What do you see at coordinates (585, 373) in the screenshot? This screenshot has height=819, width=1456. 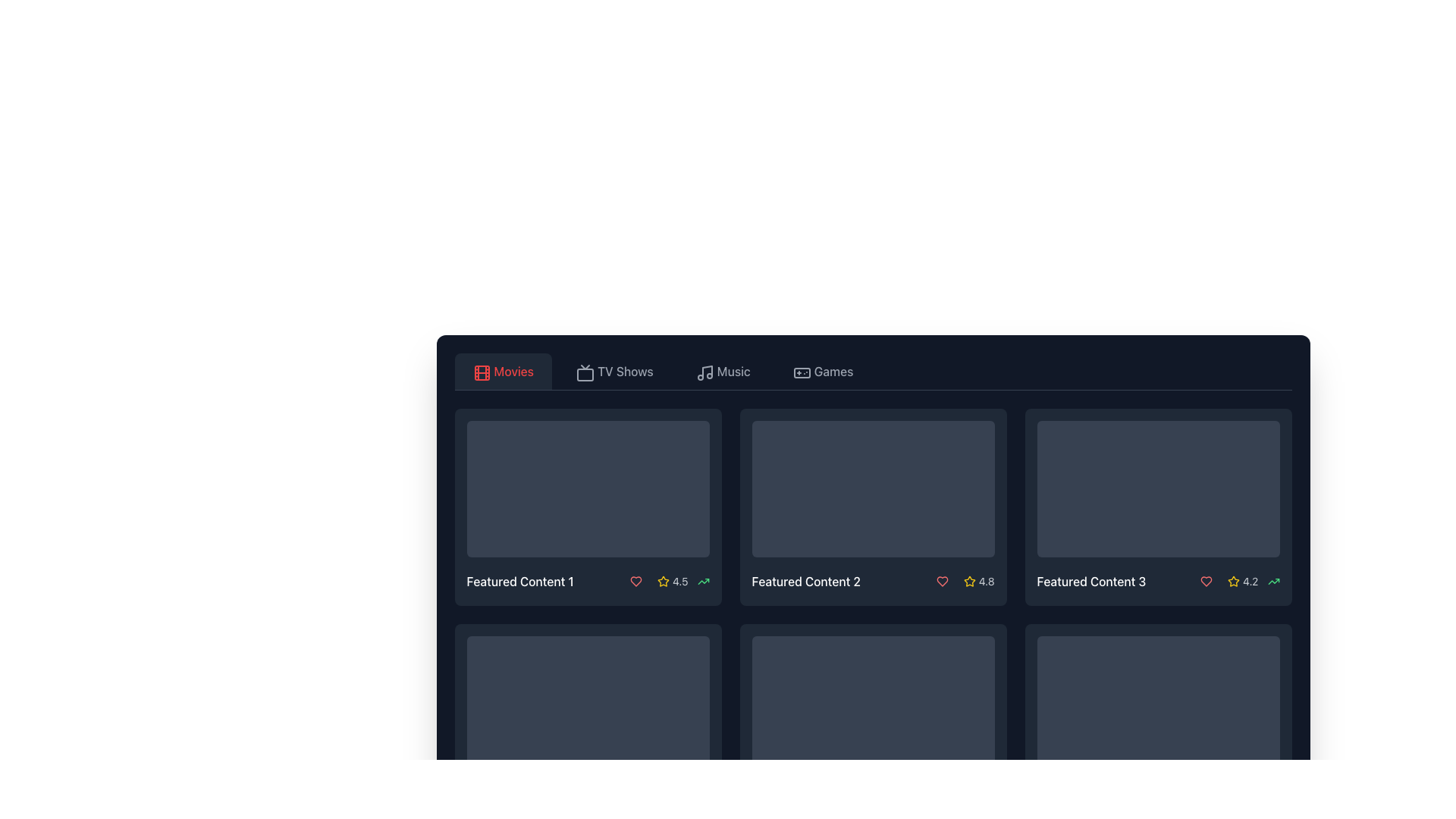 I see `the second icon from the left in the top navigation bar, which represents the TV Shows section` at bounding box center [585, 373].